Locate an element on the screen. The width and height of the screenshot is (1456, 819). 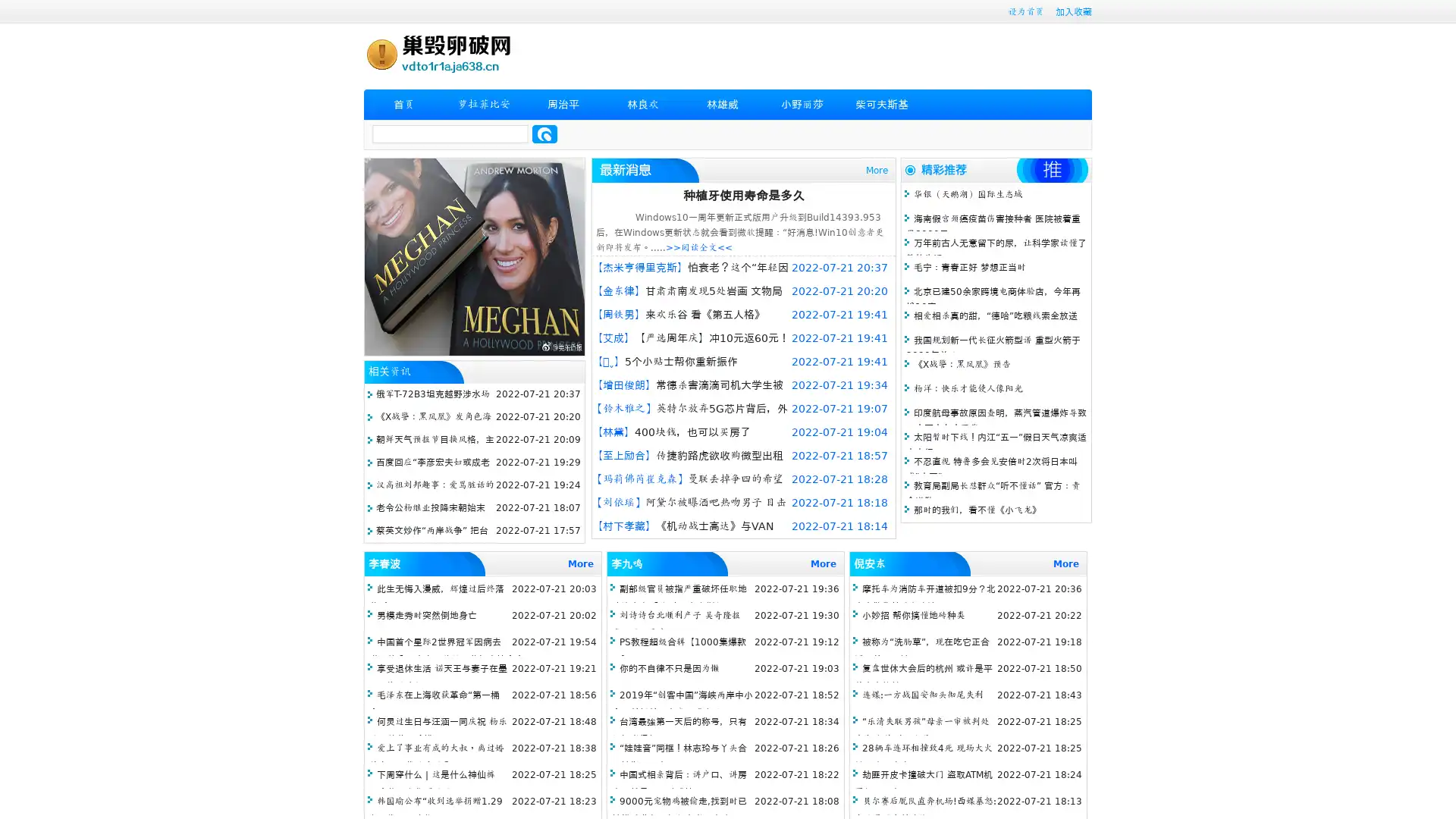
Search is located at coordinates (544, 133).